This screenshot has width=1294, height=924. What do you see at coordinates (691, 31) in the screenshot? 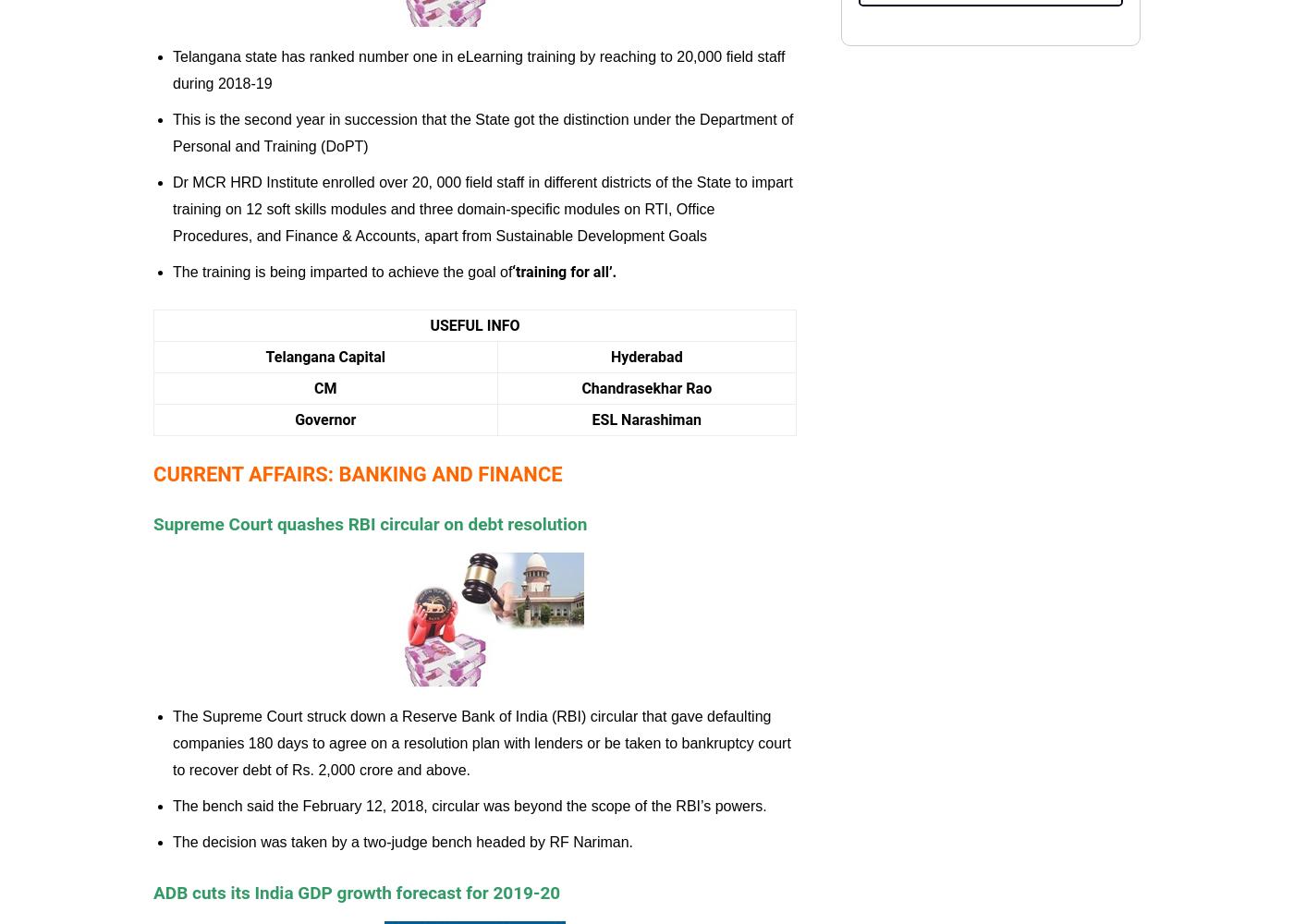
I see `'SBI PO'` at bounding box center [691, 31].